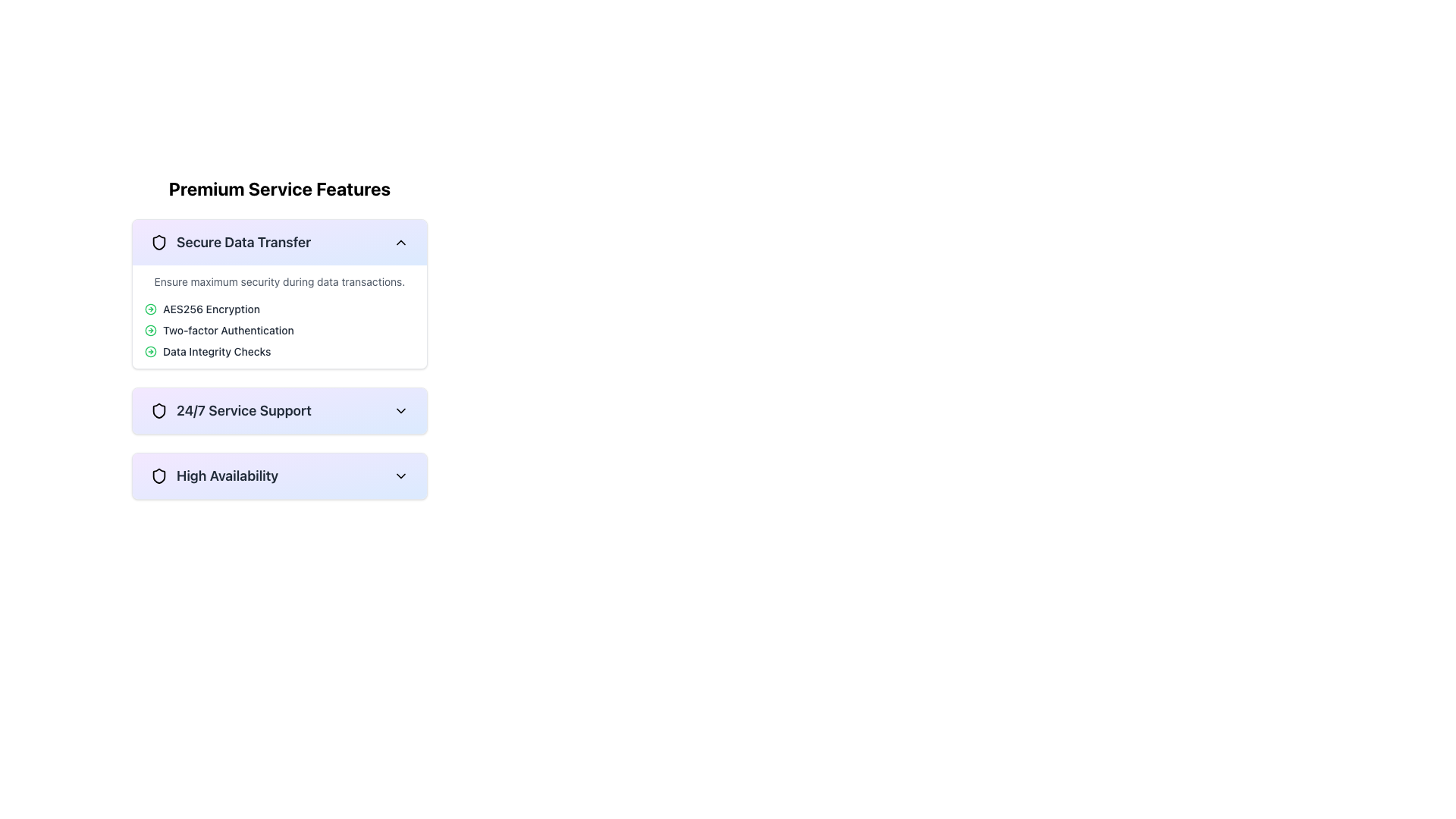 The height and width of the screenshot is (819, 1456). Describe the element at coordinates (159, 475) in the screenshot. I see `the decorative icon symbolizing protection or reliability, located to the left of the 'High Availability' text` at that location.